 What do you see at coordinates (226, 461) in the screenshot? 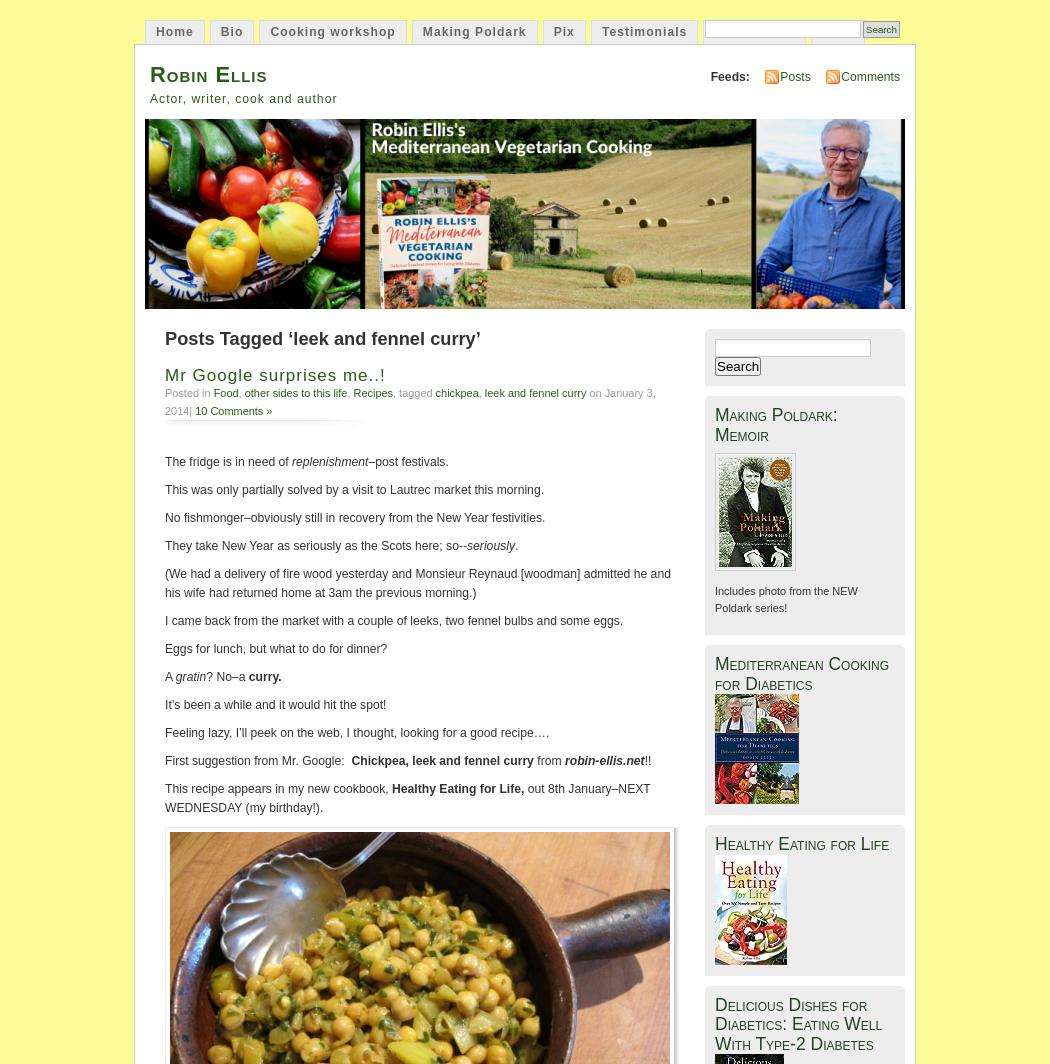
I see `'The fridge is in need of'` at bounding box center [226, 461].